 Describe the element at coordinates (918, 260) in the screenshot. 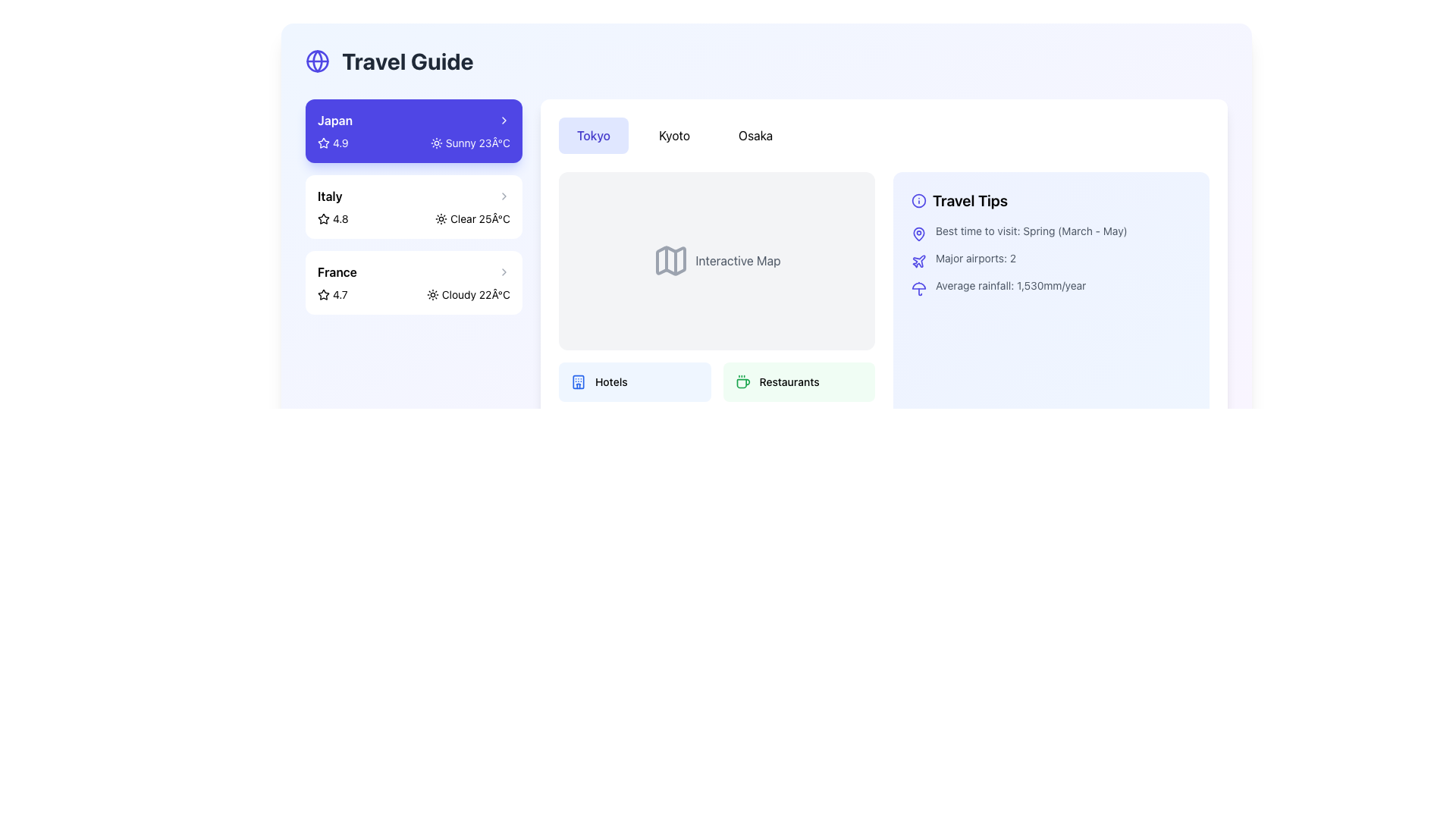

I see `the airplane icon, which is an SVG graphic with an indigo stroke design, located before the 'Major airports: 2' text in the 'Travel Tips' section on the right side of the page` at that location.